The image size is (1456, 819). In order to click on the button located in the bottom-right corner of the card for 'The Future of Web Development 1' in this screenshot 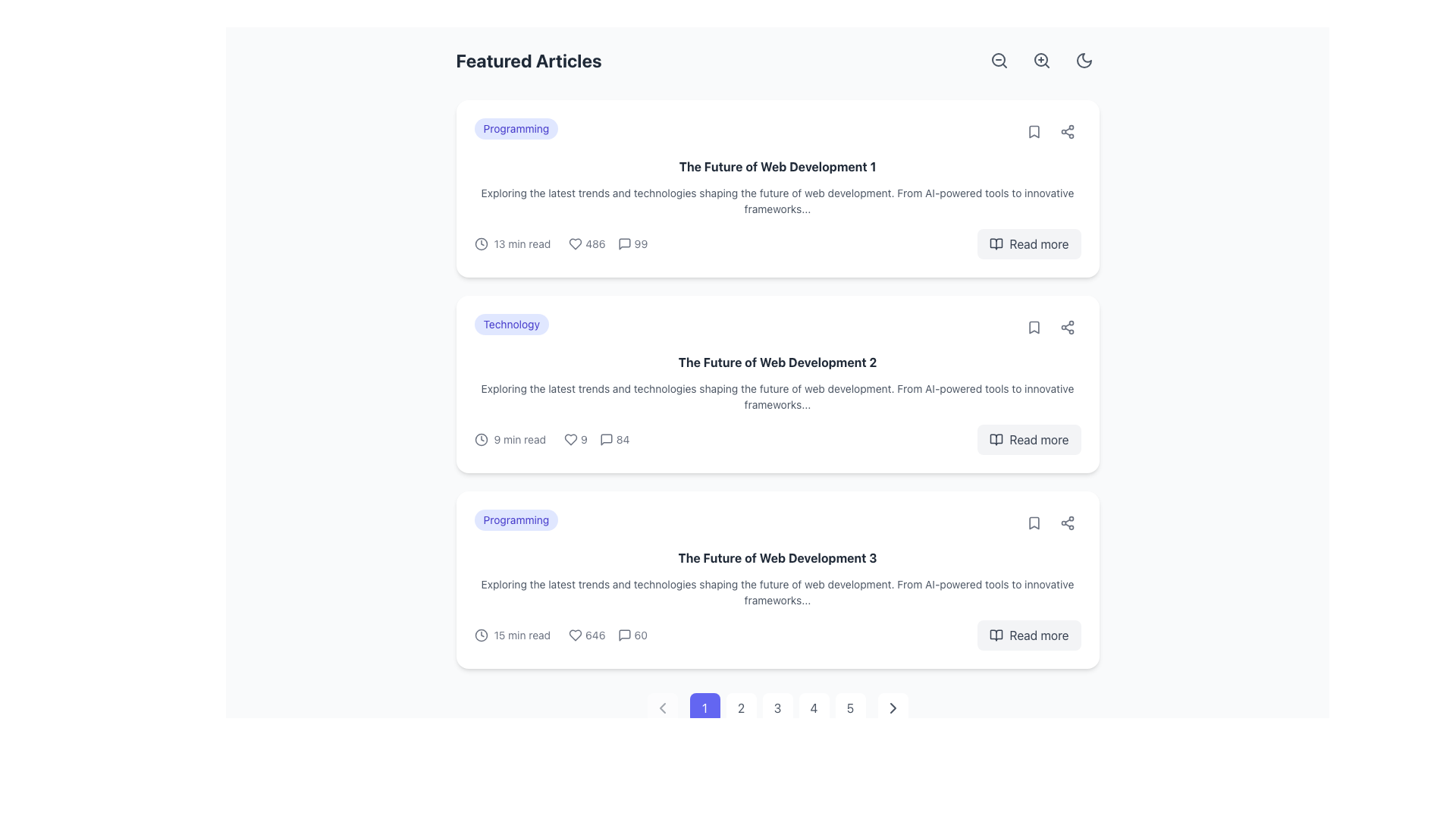, I will do `click(1029, 243)`.